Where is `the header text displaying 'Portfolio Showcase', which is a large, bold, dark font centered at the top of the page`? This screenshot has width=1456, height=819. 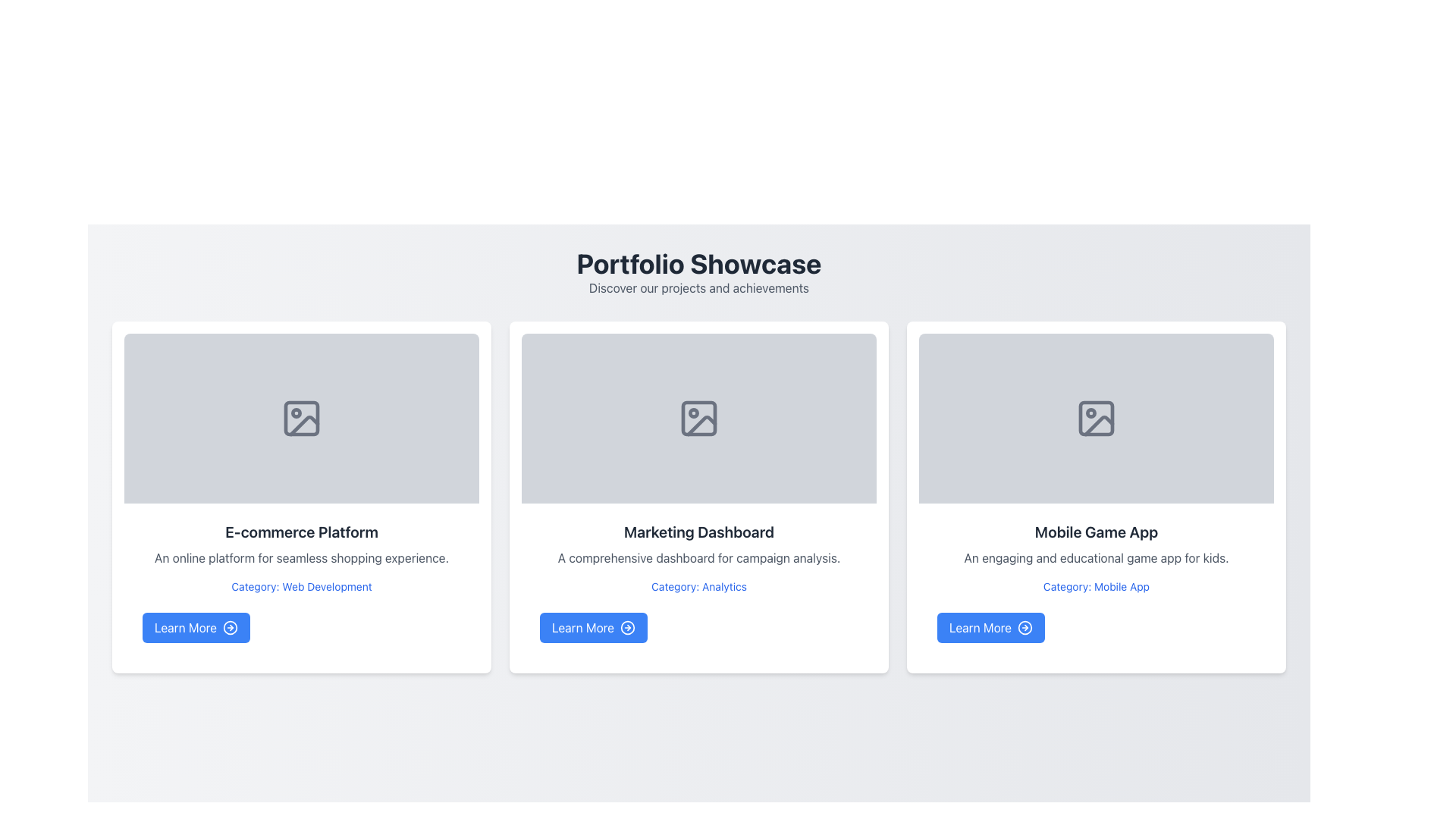
the header text displaying 'Portfolio Showcase', which is a large, bold, dark font centered at the top of the page is located at coordinates (698, 262).